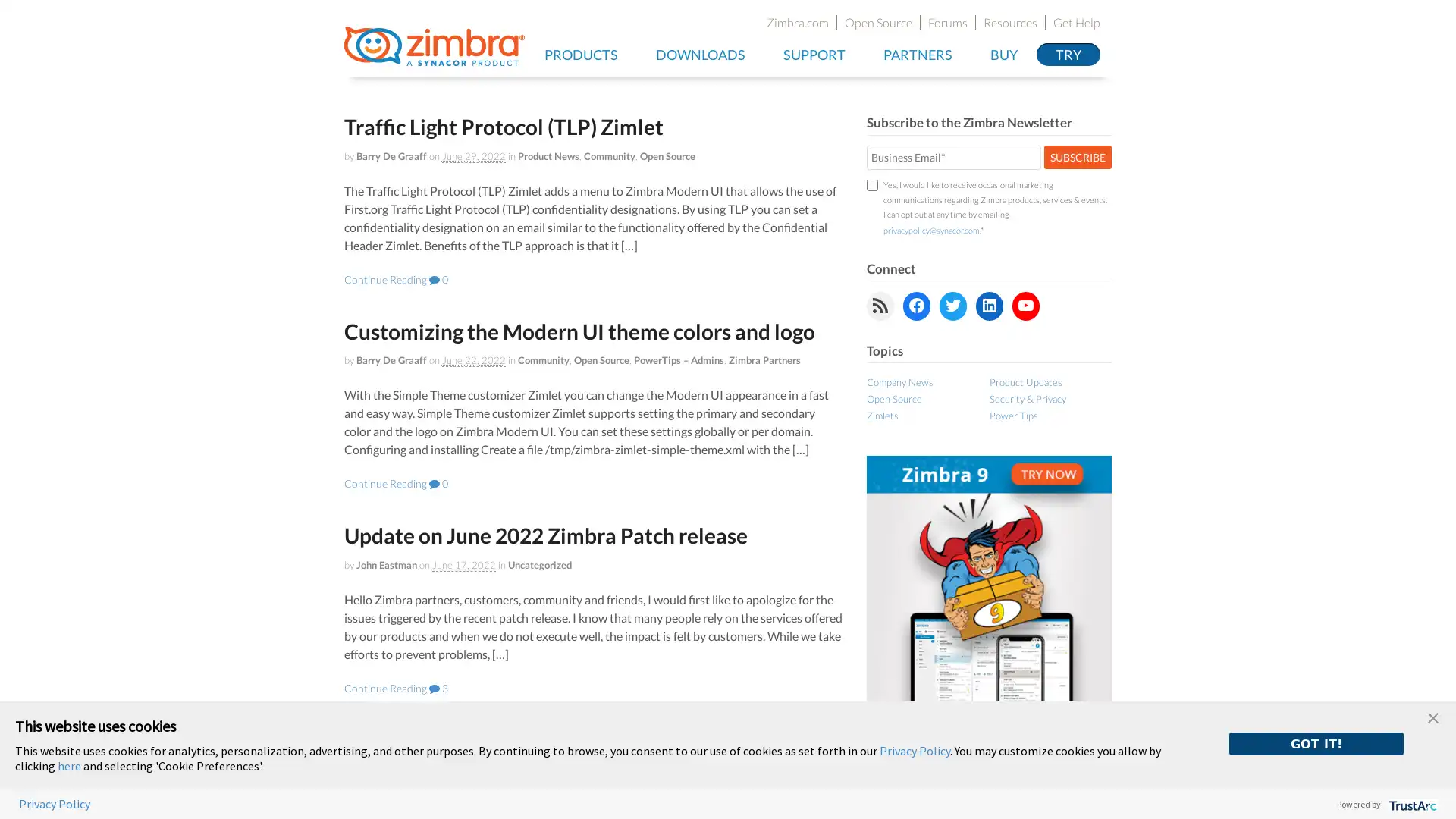  Describe the element at coordinates (1432, 716) in the screenshot. I see `close banner` at that location.